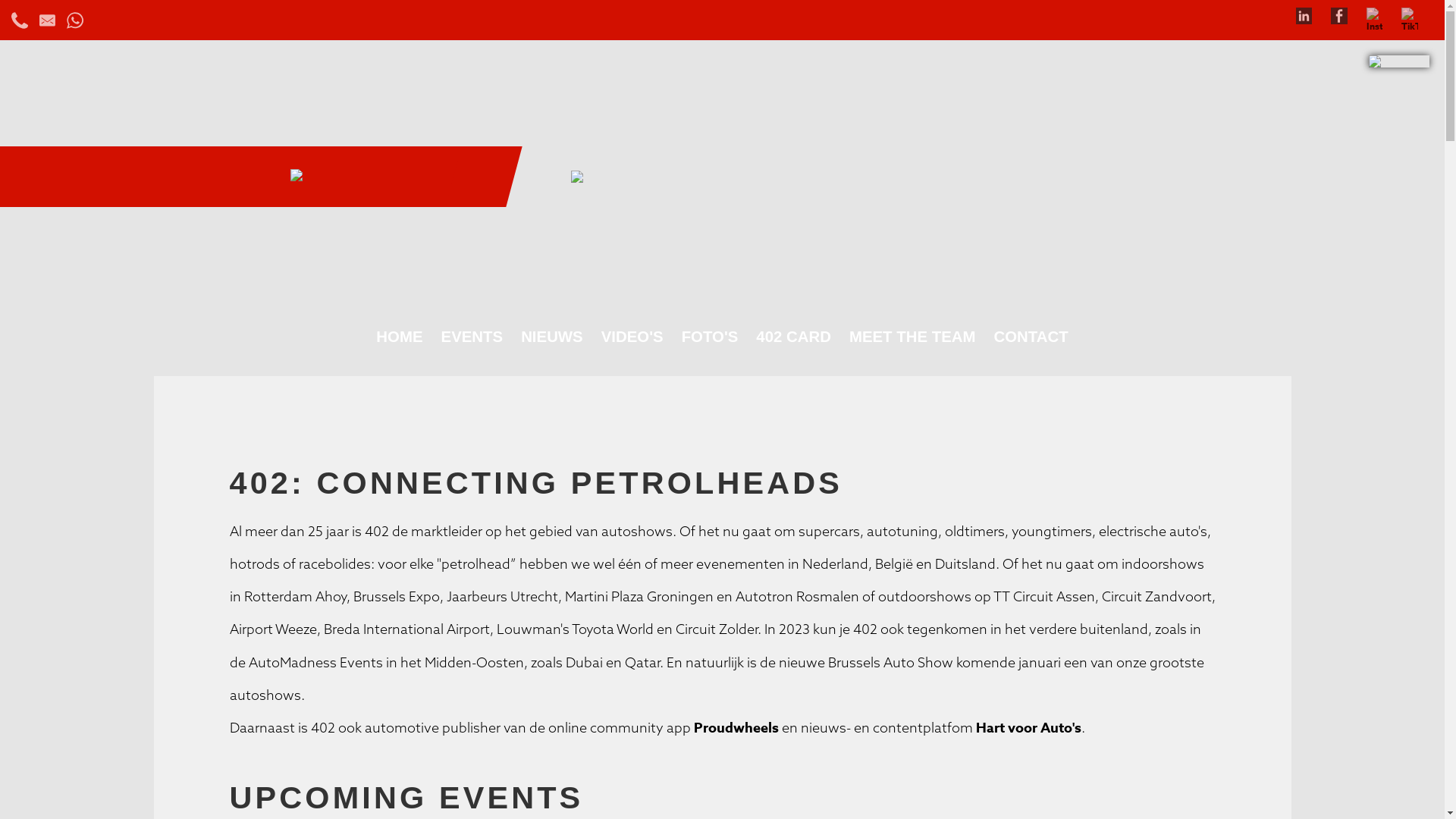 This screenshot has width=1456, height=819. Describe the element at coordinates (512, 336) in the screenshot. I see `'NIEUWS'` at that location.